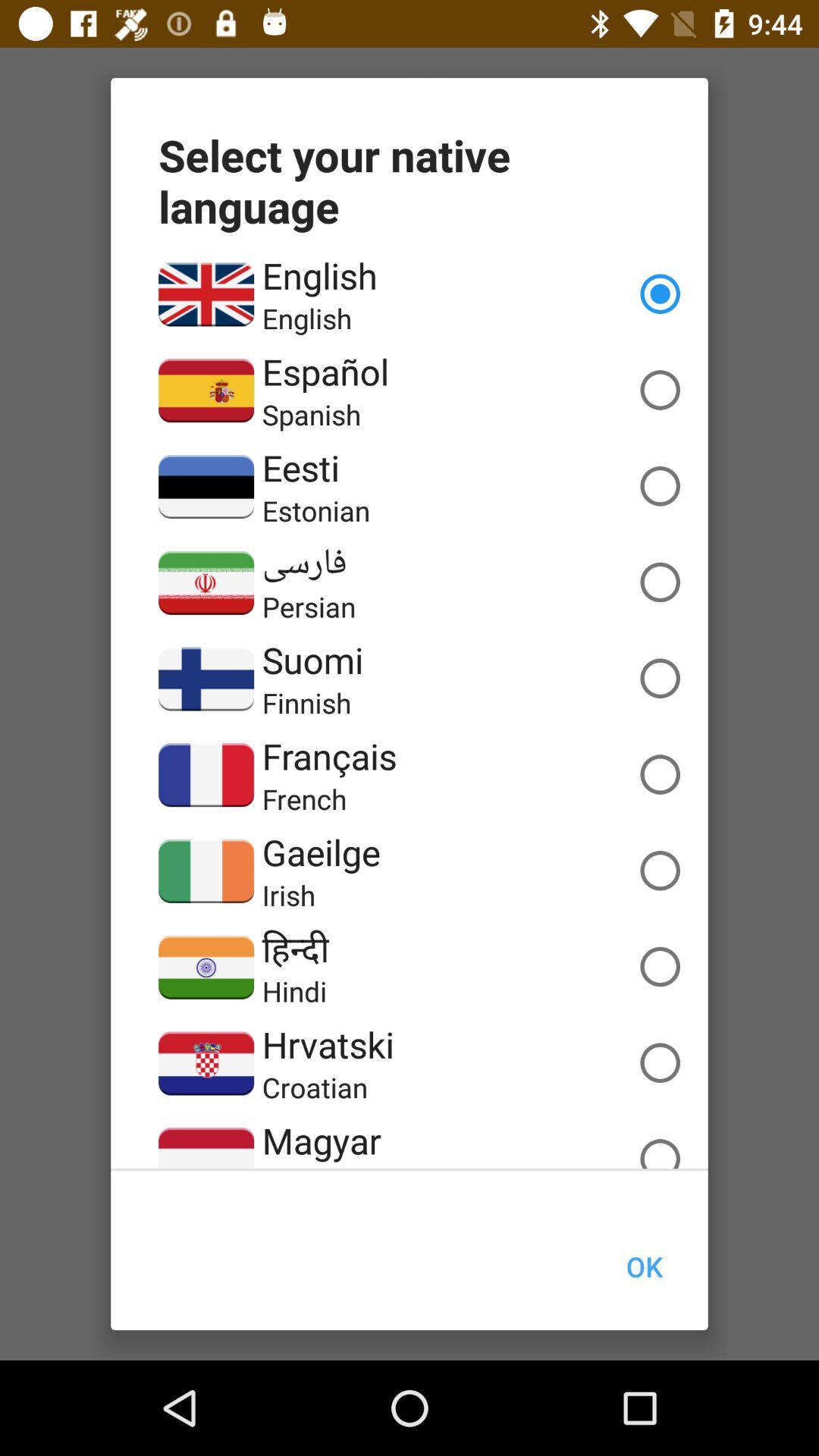 Image resolution: width=819 pixels, height=1456 pixels. What do you see at coordinates (304, 563) in the screenshot?
I see `icon above the persian` at bounding box center [304, 563].